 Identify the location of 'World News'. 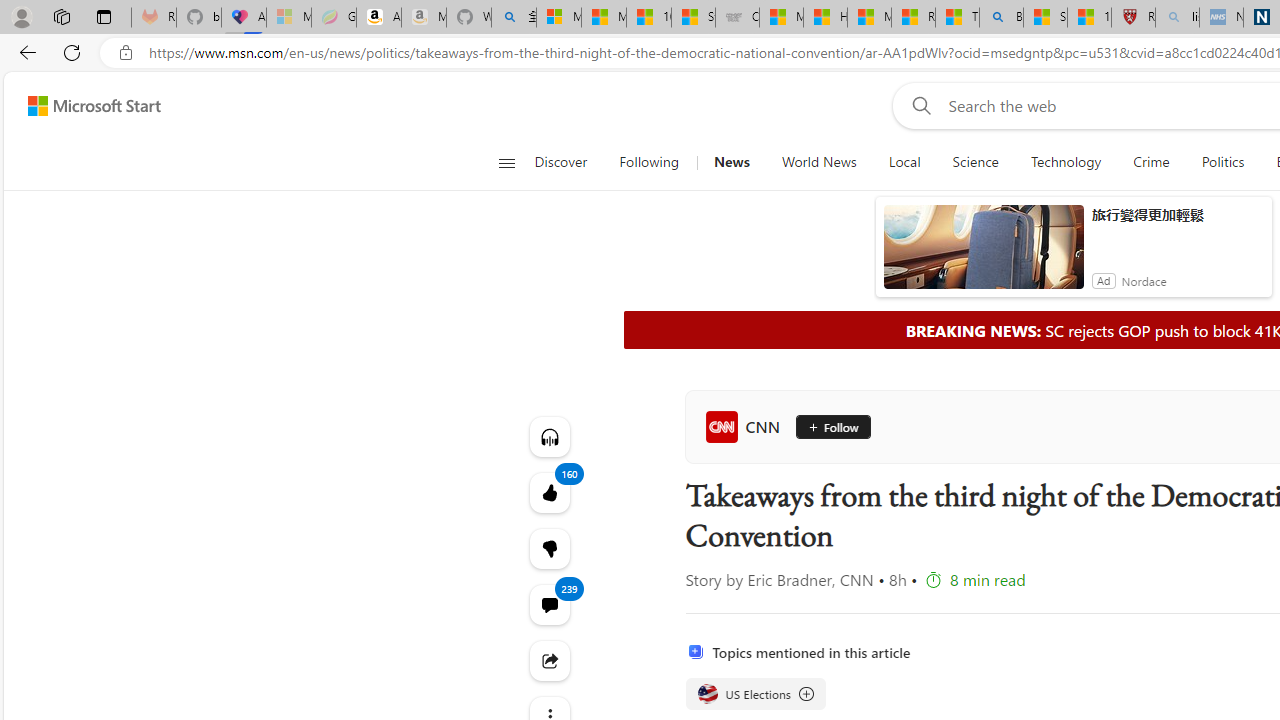
(819, 162).